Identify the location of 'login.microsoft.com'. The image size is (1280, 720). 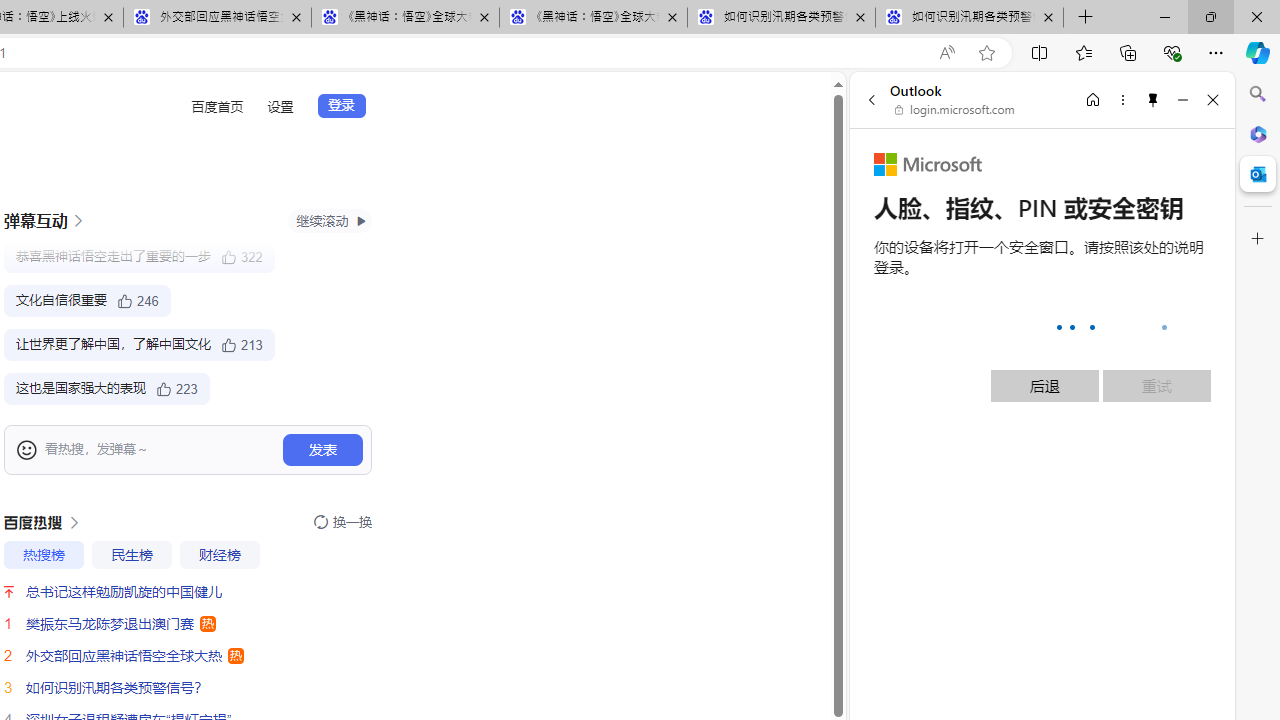
(954, 110).